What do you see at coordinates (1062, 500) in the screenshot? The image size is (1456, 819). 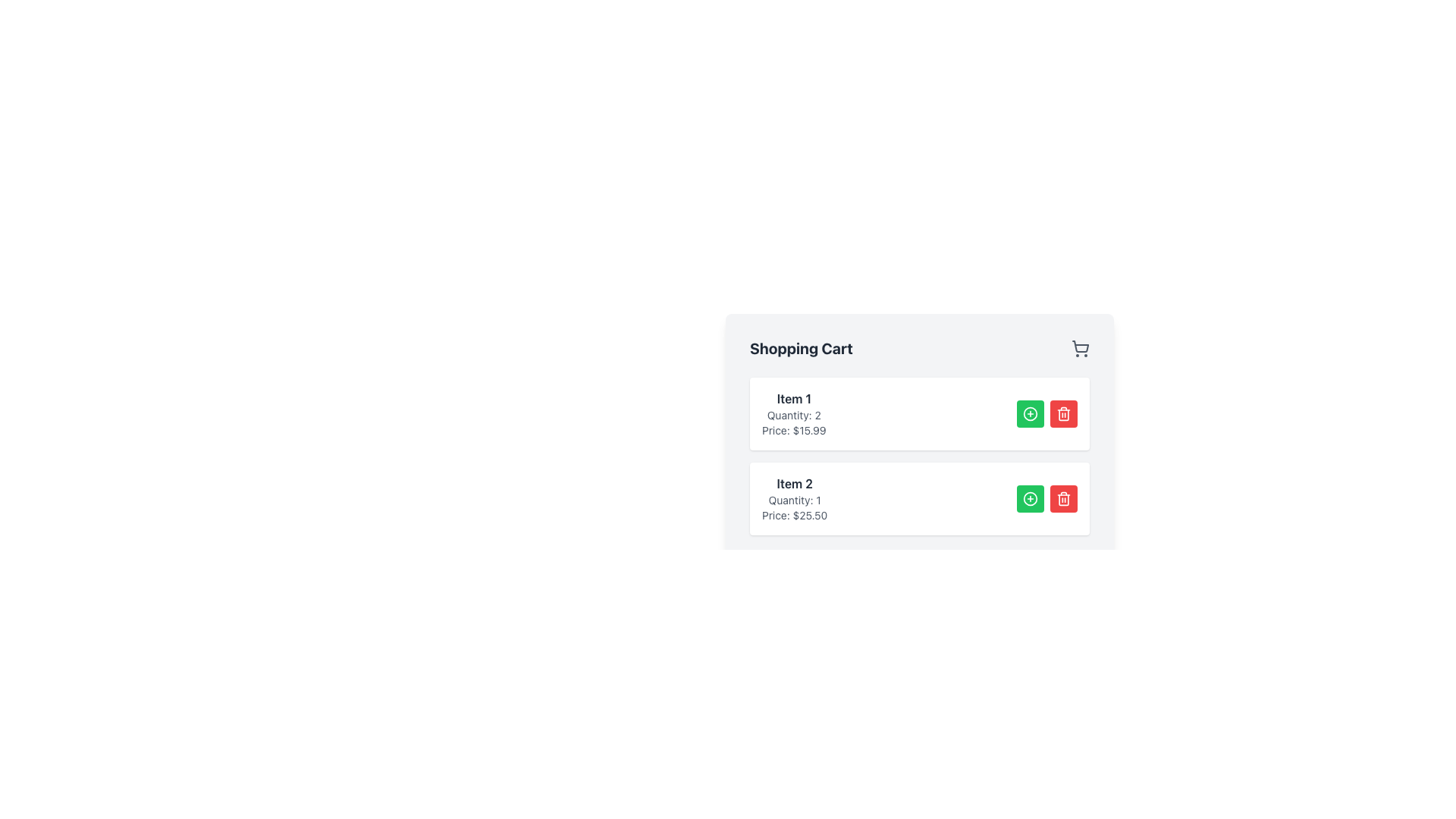 I see `the trash can icon, which is the central body component of the trash can in the right column of the shopping cart interface` at bounding box center [1062, 500].